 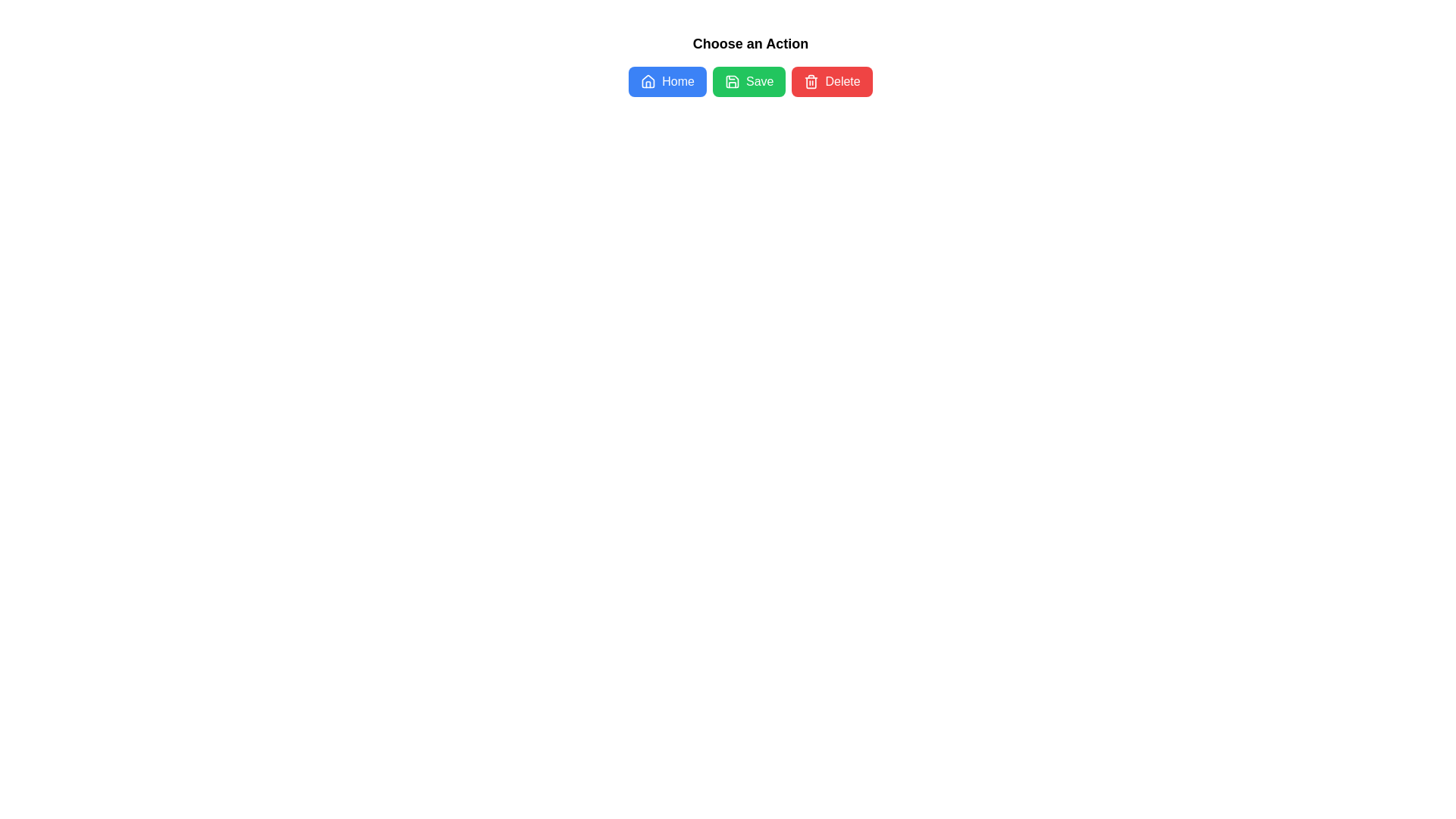 What do you see at coordinates (749, 82) in the screenshot?
I see `the 'Save' button with a green background, rounded corners, and white text` at bounding box center [749, 82].